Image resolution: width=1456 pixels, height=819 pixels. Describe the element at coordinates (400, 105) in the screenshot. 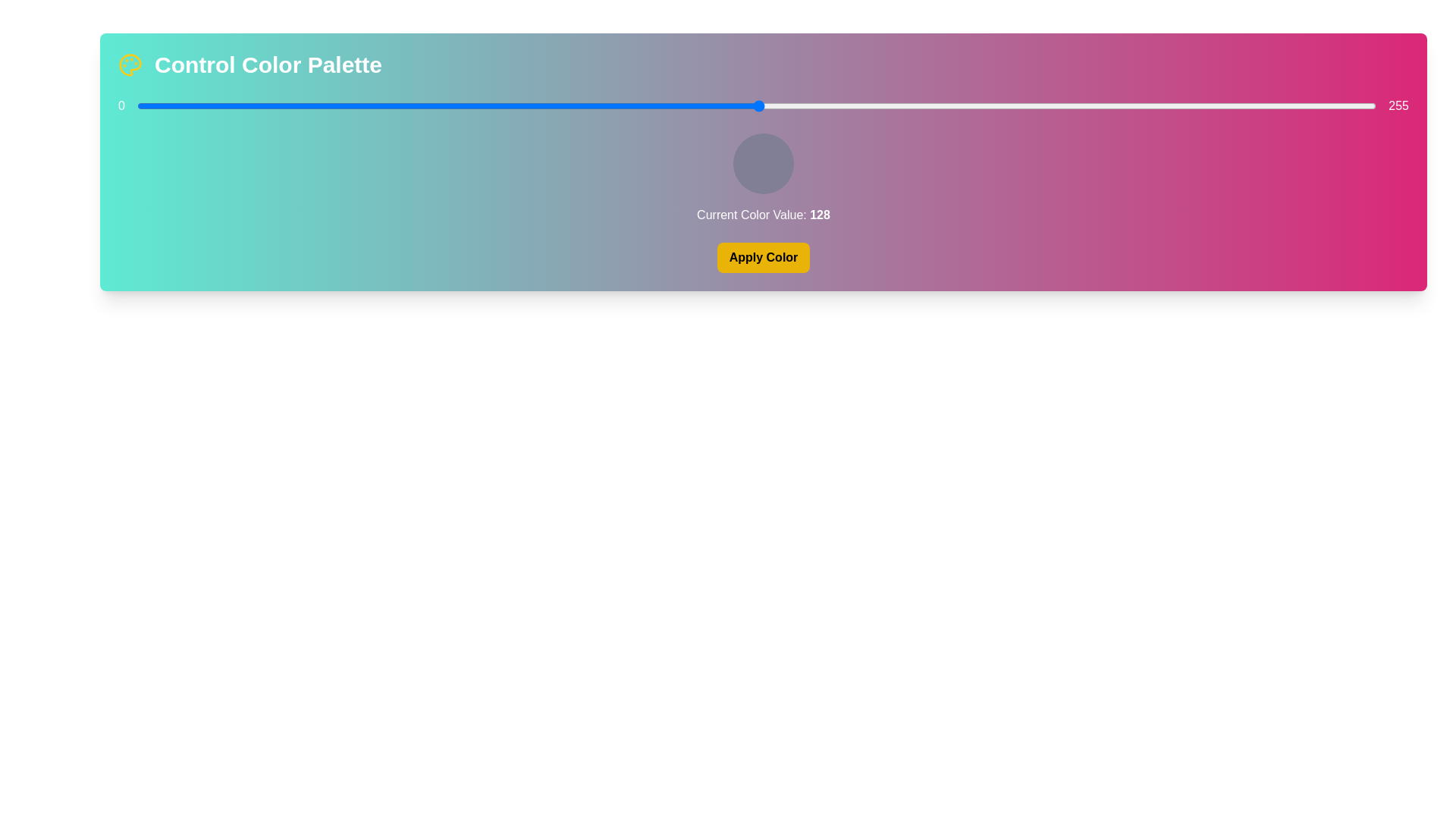

I see `the color slider to set the color value to 54` at that location.